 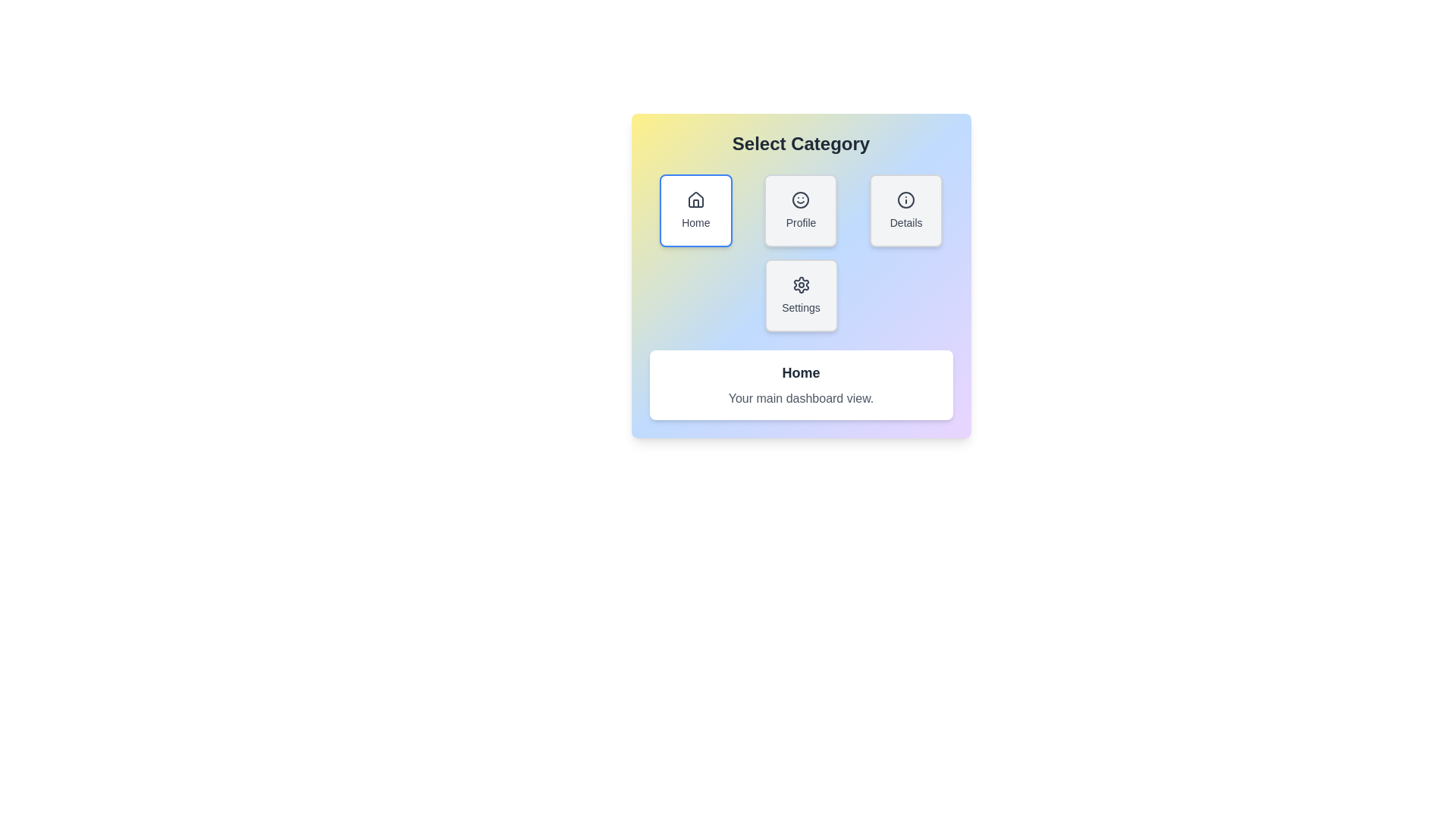 What do you see at coordinates (800, 307) in the screenshot?
I see `the 'Settings' label located in the bottom row of the grid under 'Select Category', which identifies its purpose within the interface` at bounding box center [800, 307].